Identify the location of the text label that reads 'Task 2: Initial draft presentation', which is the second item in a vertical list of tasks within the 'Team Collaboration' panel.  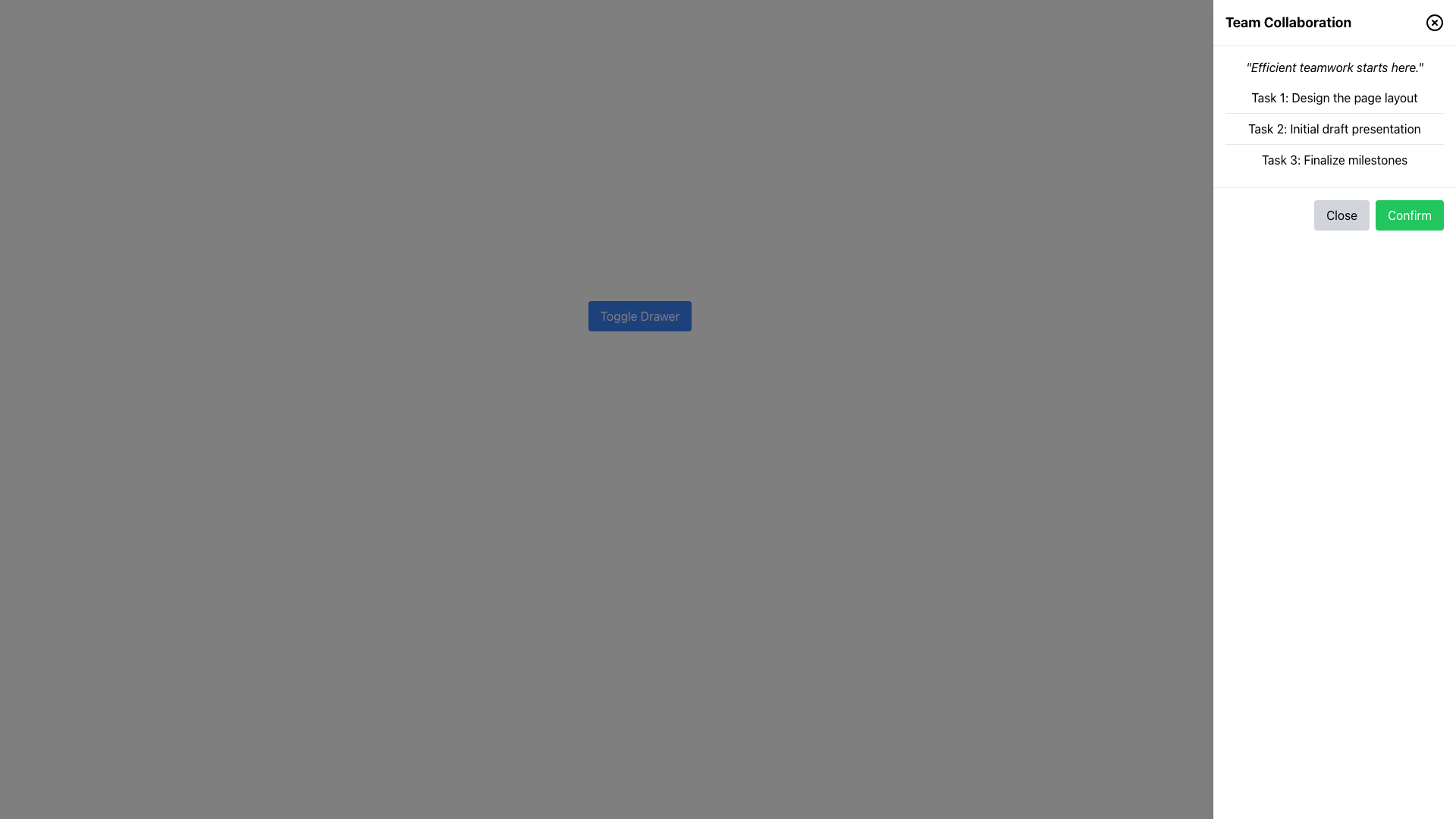
(1335, 127).